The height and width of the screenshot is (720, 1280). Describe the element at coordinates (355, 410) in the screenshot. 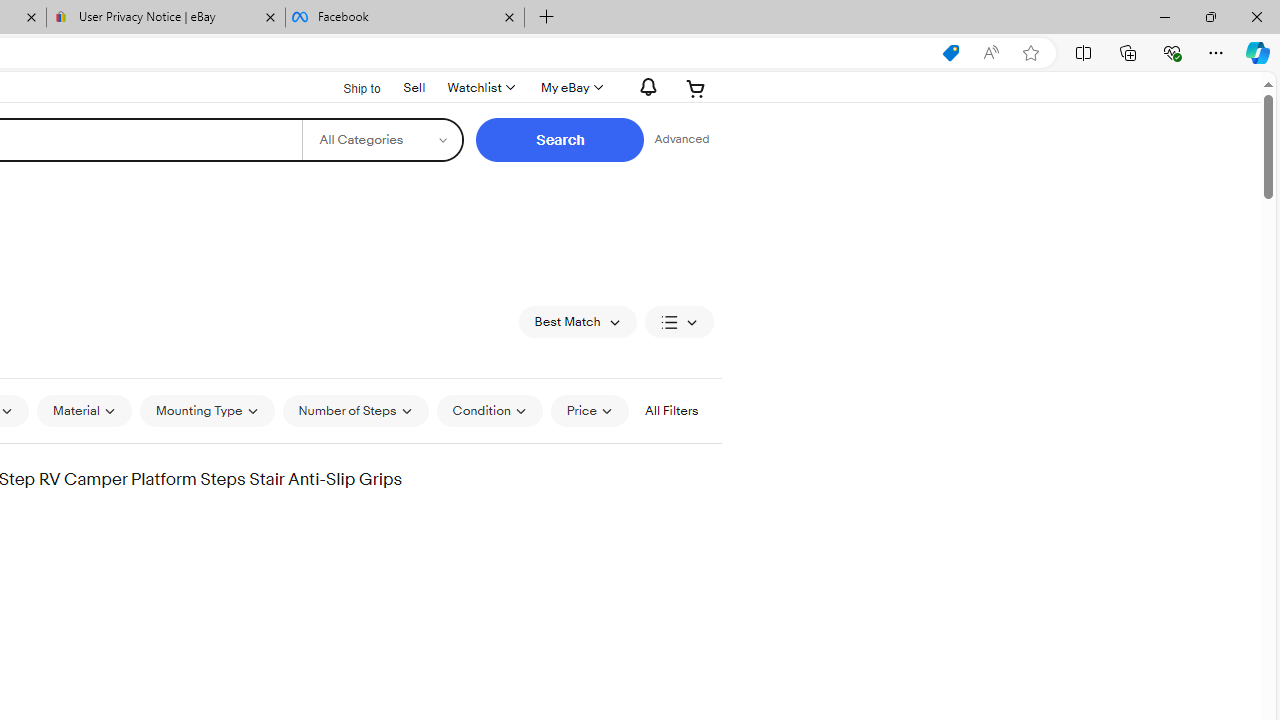

I see `'Number of Steps'` at that location.